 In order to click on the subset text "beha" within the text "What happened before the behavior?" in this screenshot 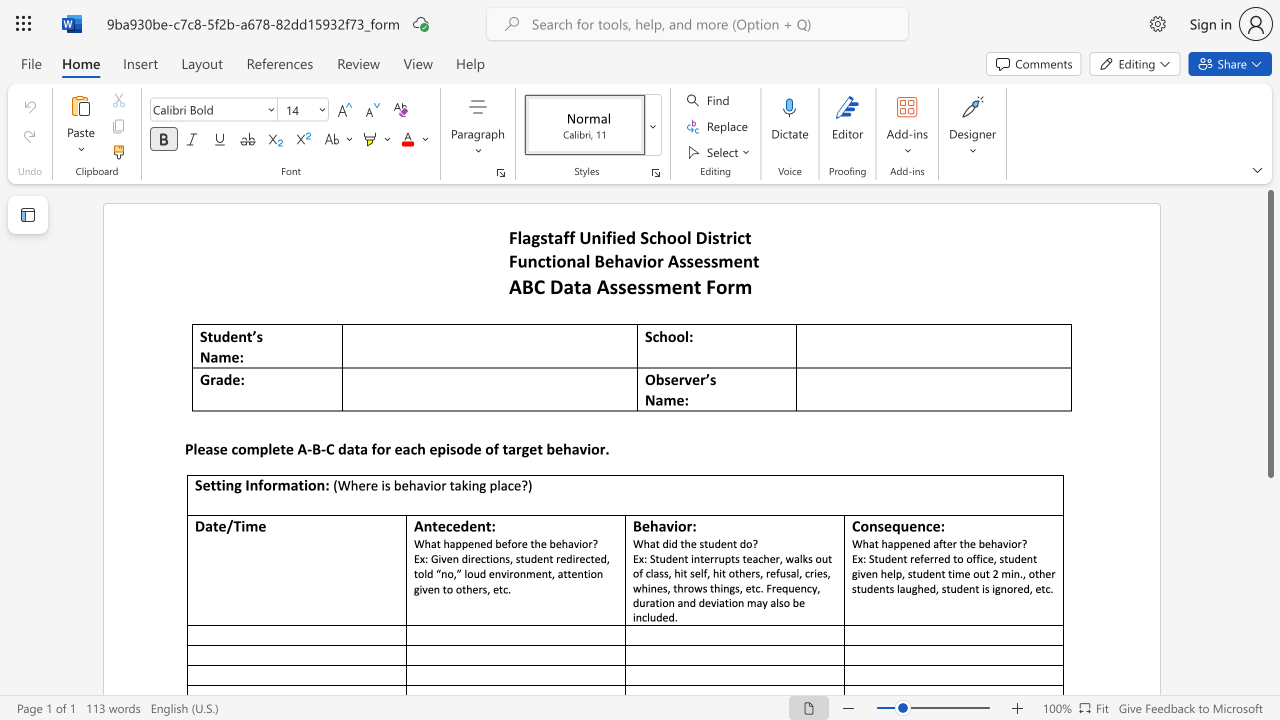, I will do `click(549, 543)`.